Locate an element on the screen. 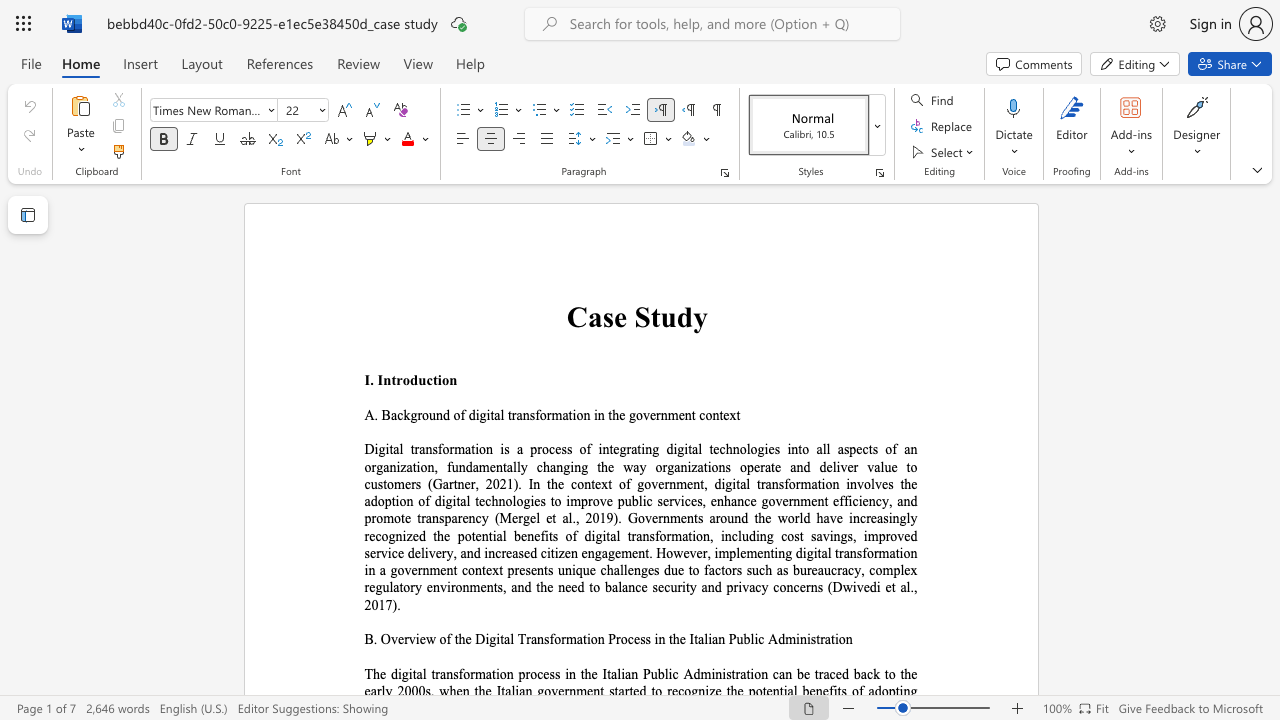 The height and width of the screenshot is (720, 1280). the 1th character "e" in the text is located at coordinates (619, 316).